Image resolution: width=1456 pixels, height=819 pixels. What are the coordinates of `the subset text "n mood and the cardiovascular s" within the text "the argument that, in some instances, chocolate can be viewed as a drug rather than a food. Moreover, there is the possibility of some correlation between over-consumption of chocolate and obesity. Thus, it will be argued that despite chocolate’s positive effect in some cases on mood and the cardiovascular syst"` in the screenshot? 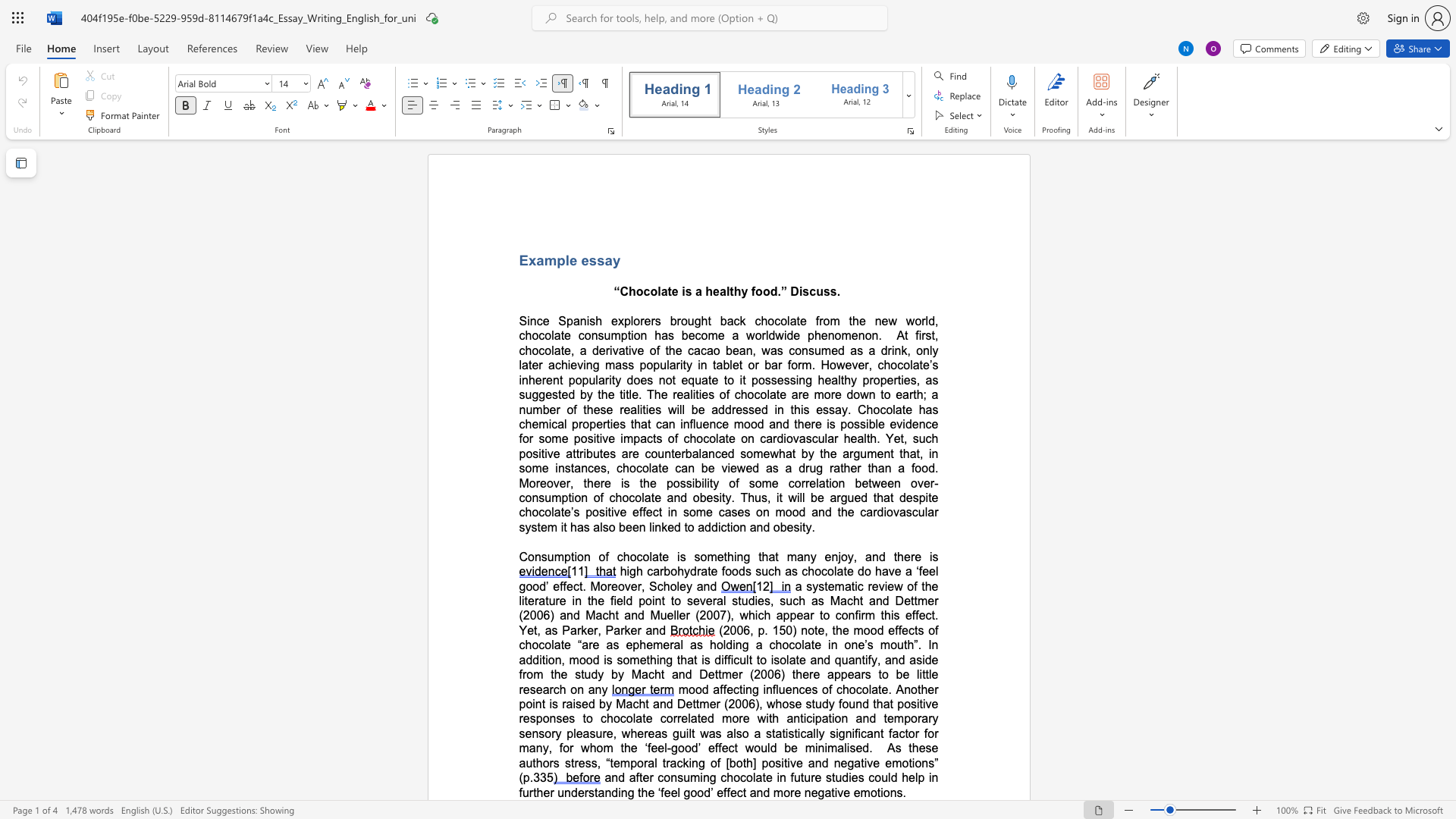 It's located at (762, 512).